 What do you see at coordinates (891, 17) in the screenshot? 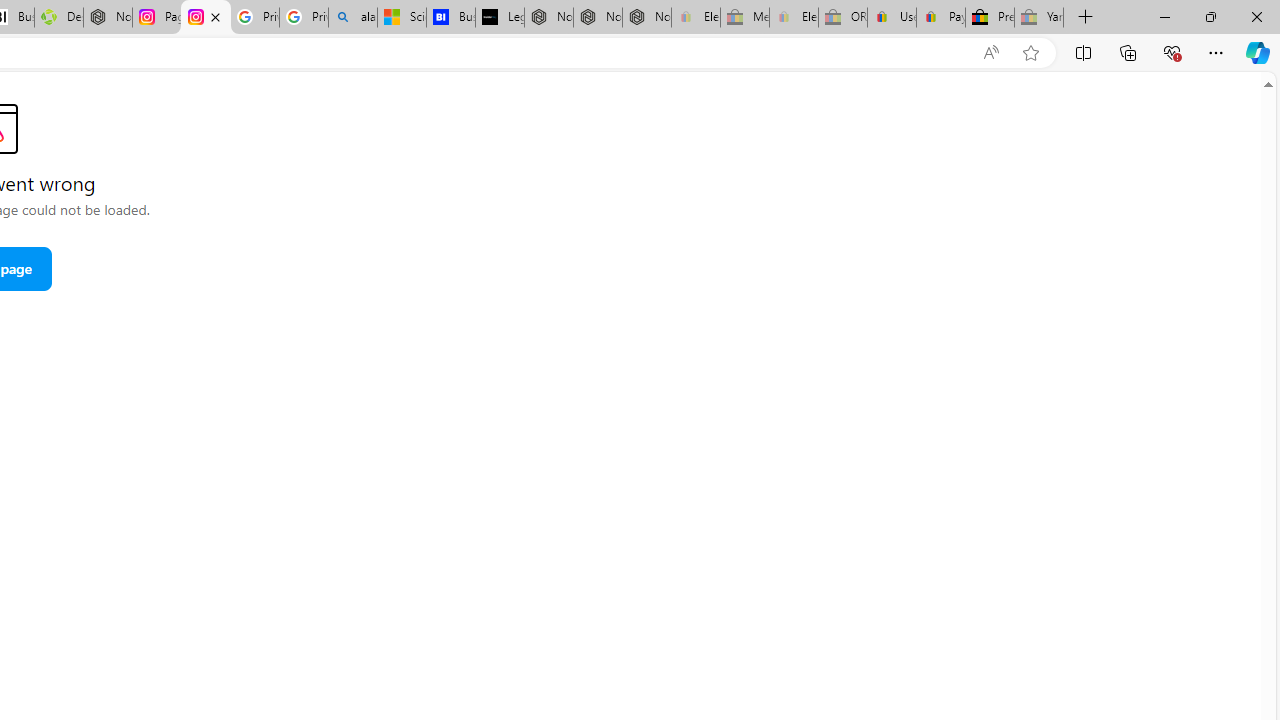
I see `'User Privacy Notice | eBay'` at bounding box center [891, 17].